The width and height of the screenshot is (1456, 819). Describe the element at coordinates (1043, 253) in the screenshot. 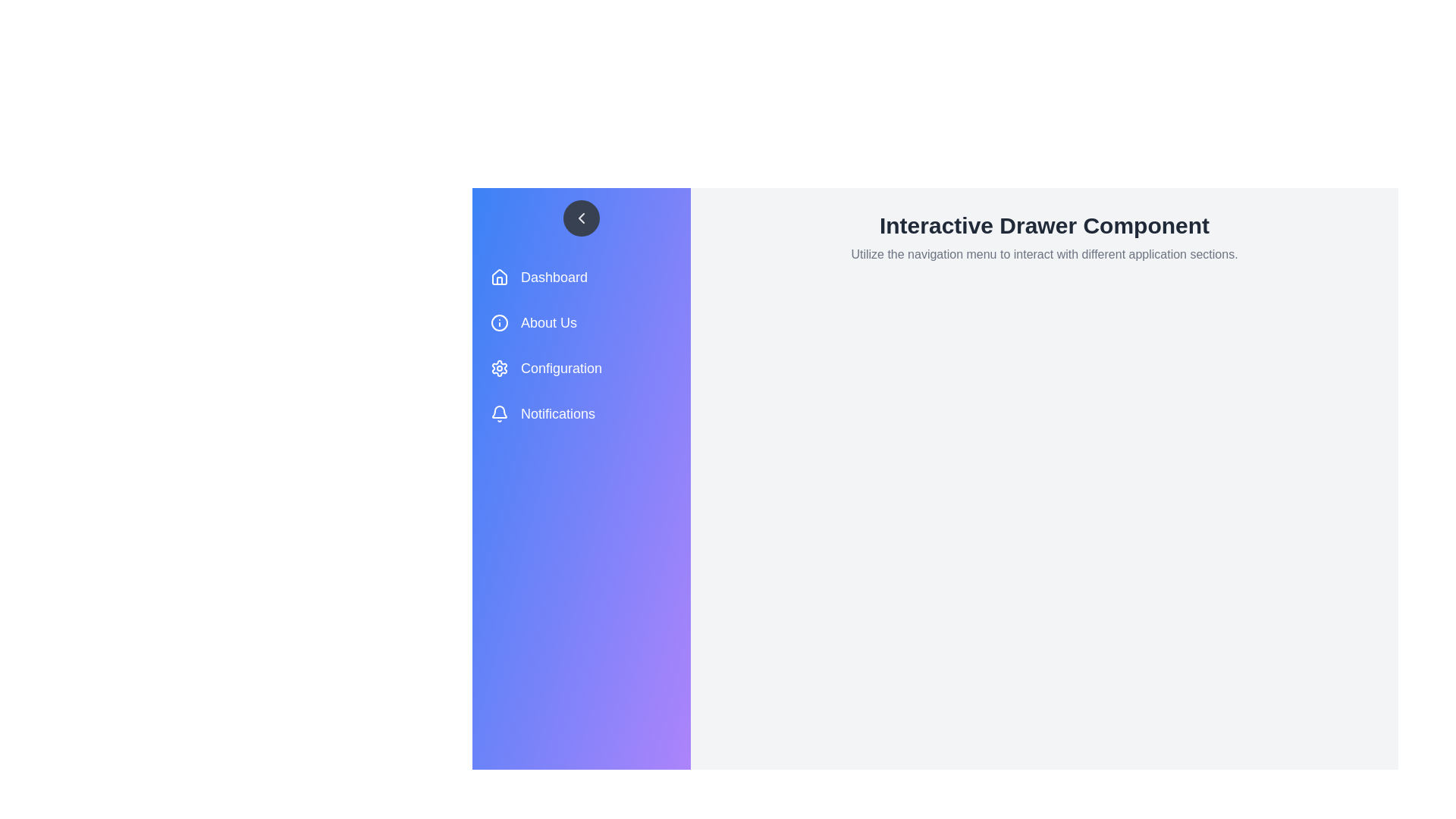

I see `instruction text located directly beneath the header 'Interactive Drawer Component', styled in a smaller font size and lighter gray color` at that location.